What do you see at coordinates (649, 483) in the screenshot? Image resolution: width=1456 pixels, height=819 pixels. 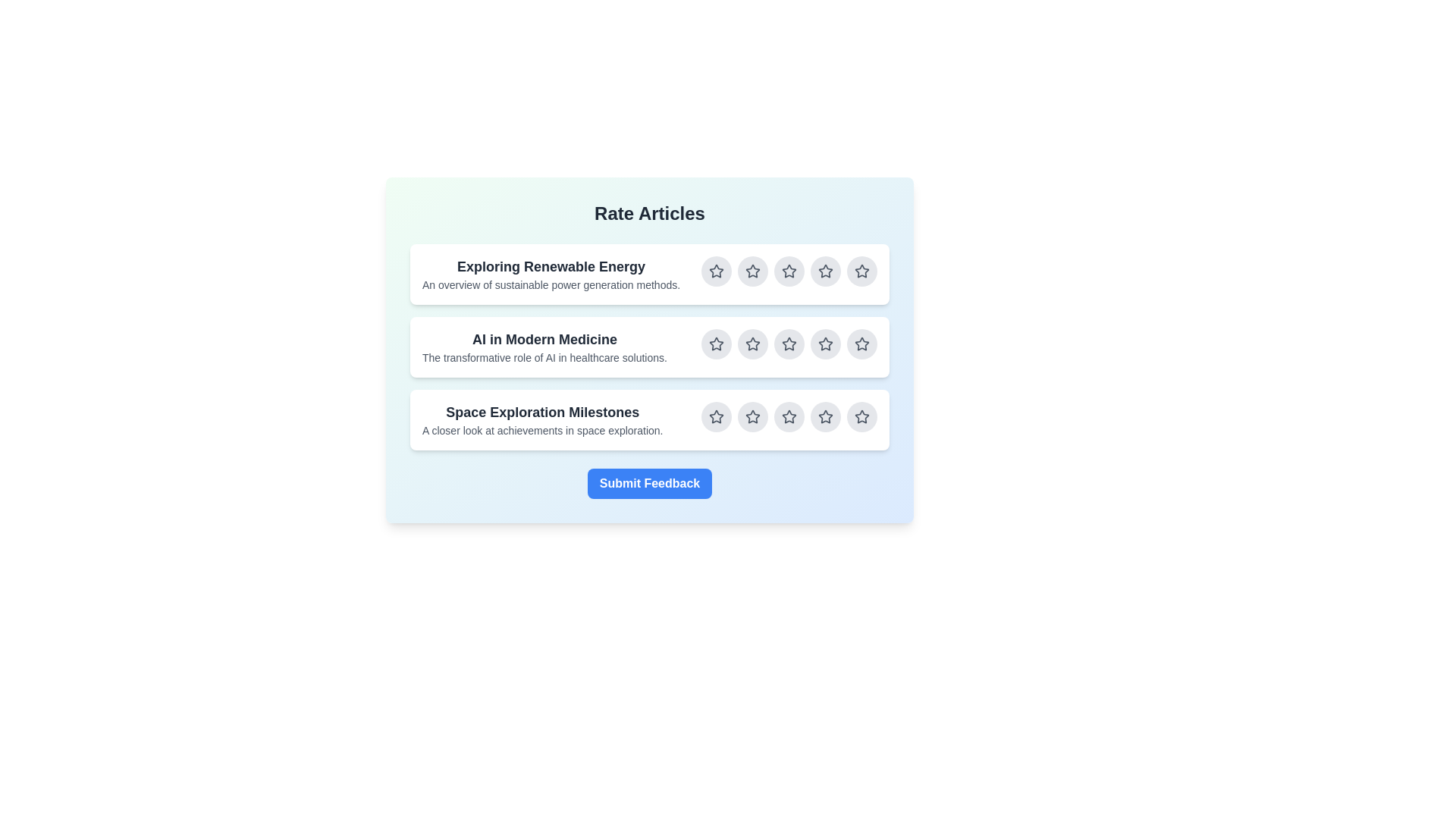 I see `the 'Submit Feedback' button to submit the feedback` at bounding box center [649, 483].